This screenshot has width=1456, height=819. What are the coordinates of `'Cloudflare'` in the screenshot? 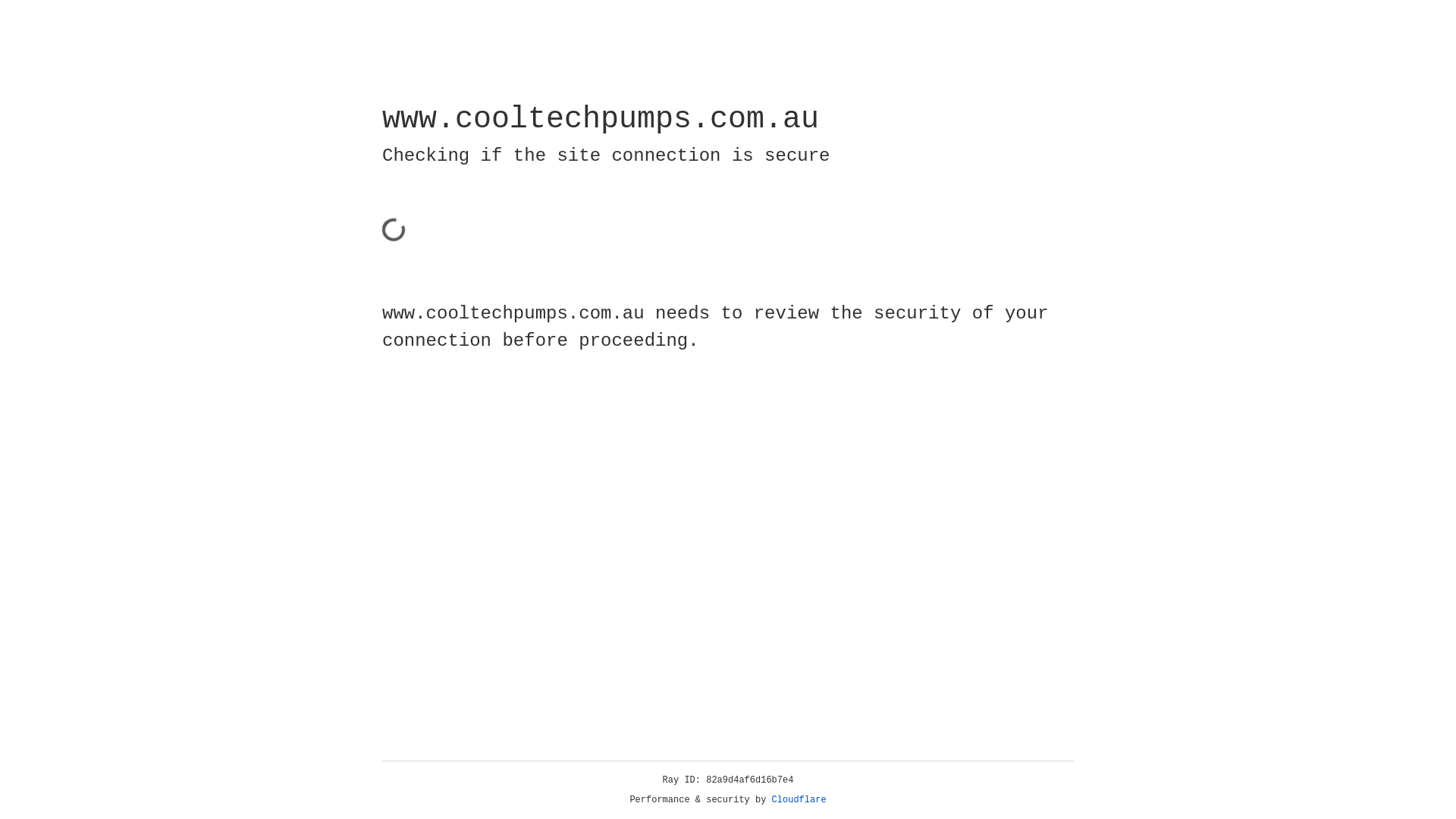 It's located at (799, 799).